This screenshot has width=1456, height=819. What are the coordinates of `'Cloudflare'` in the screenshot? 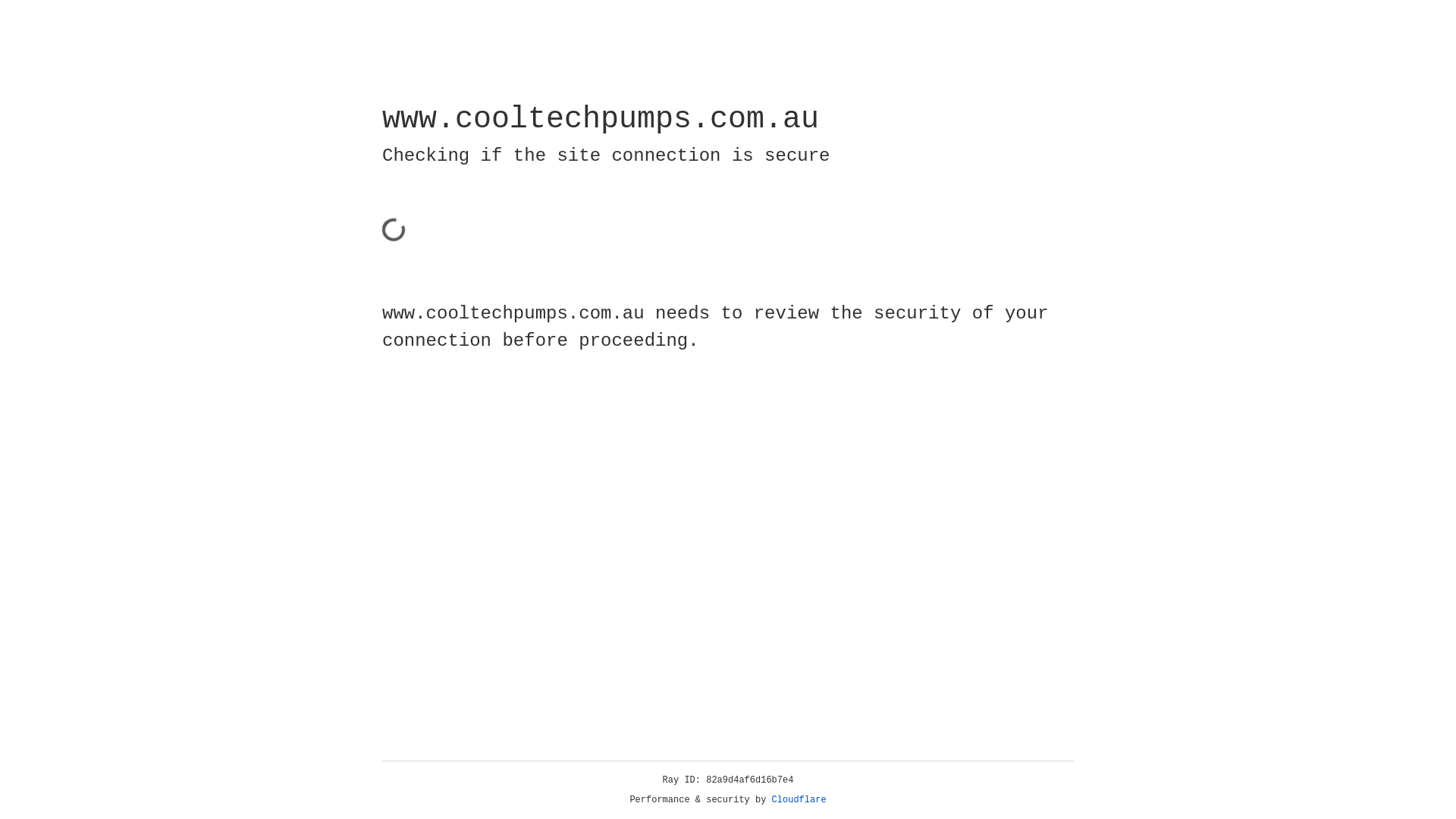 It's located at (799, 799).